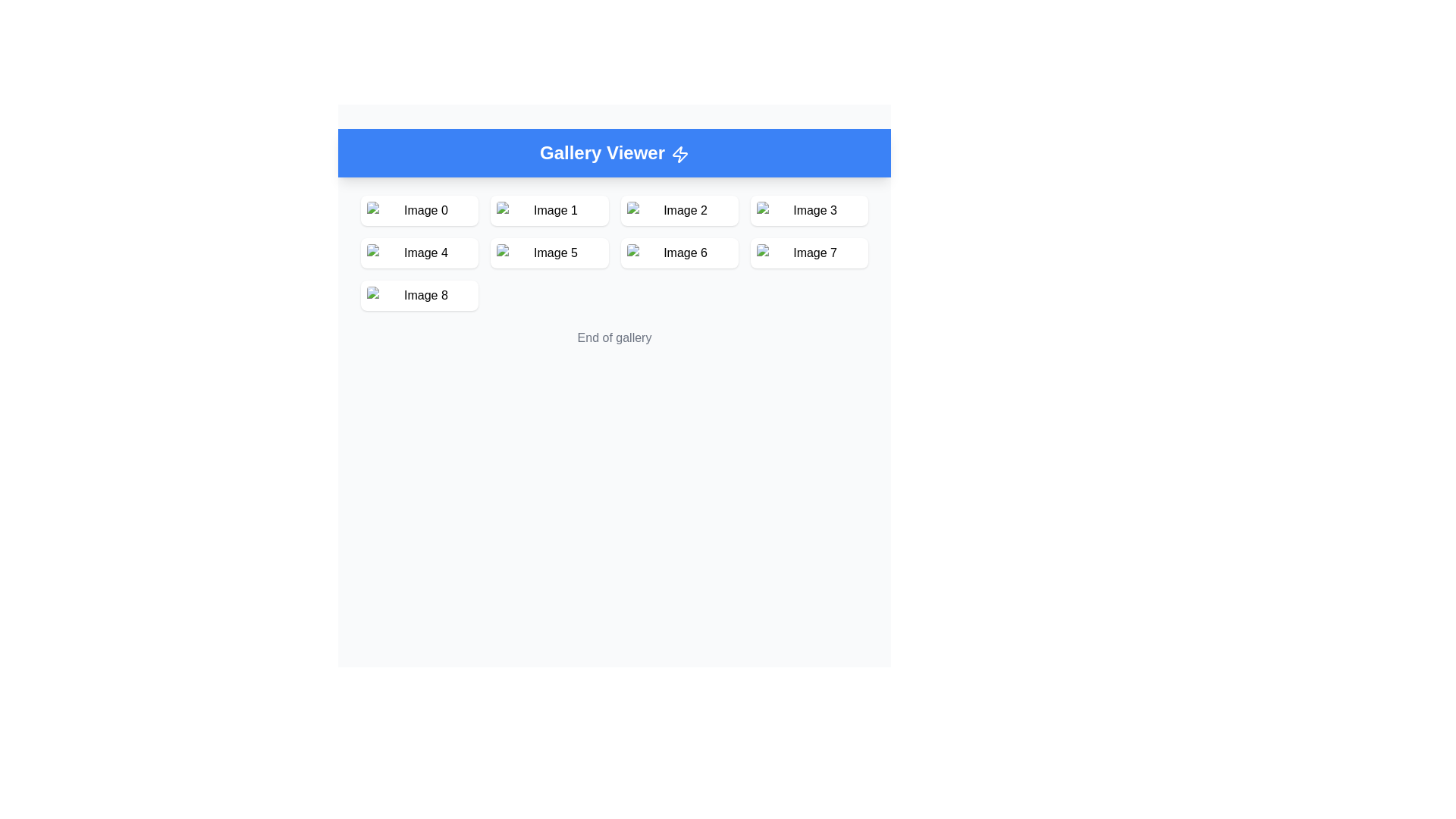 Image resolution: width=1456 pixels, height=819 pixels. I want to click on the Image card representing 'Image 4' in the Gallery Viewer, so click(419, 253).